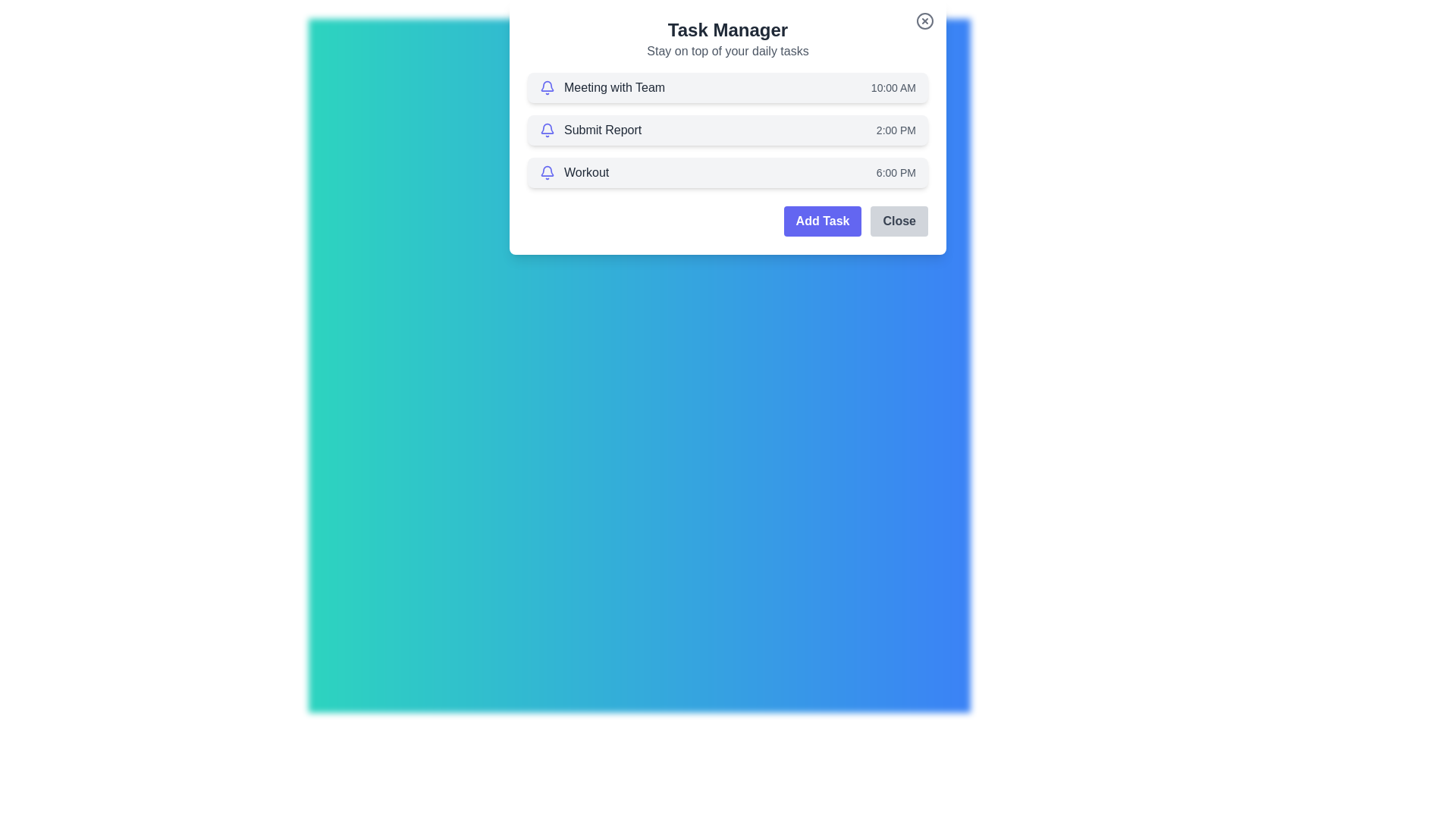  I want to click on the notification icon for the 'Workout' task, which is located in the third row of the task management interface, to the left of the 'Workout' text, so click(546, 171).